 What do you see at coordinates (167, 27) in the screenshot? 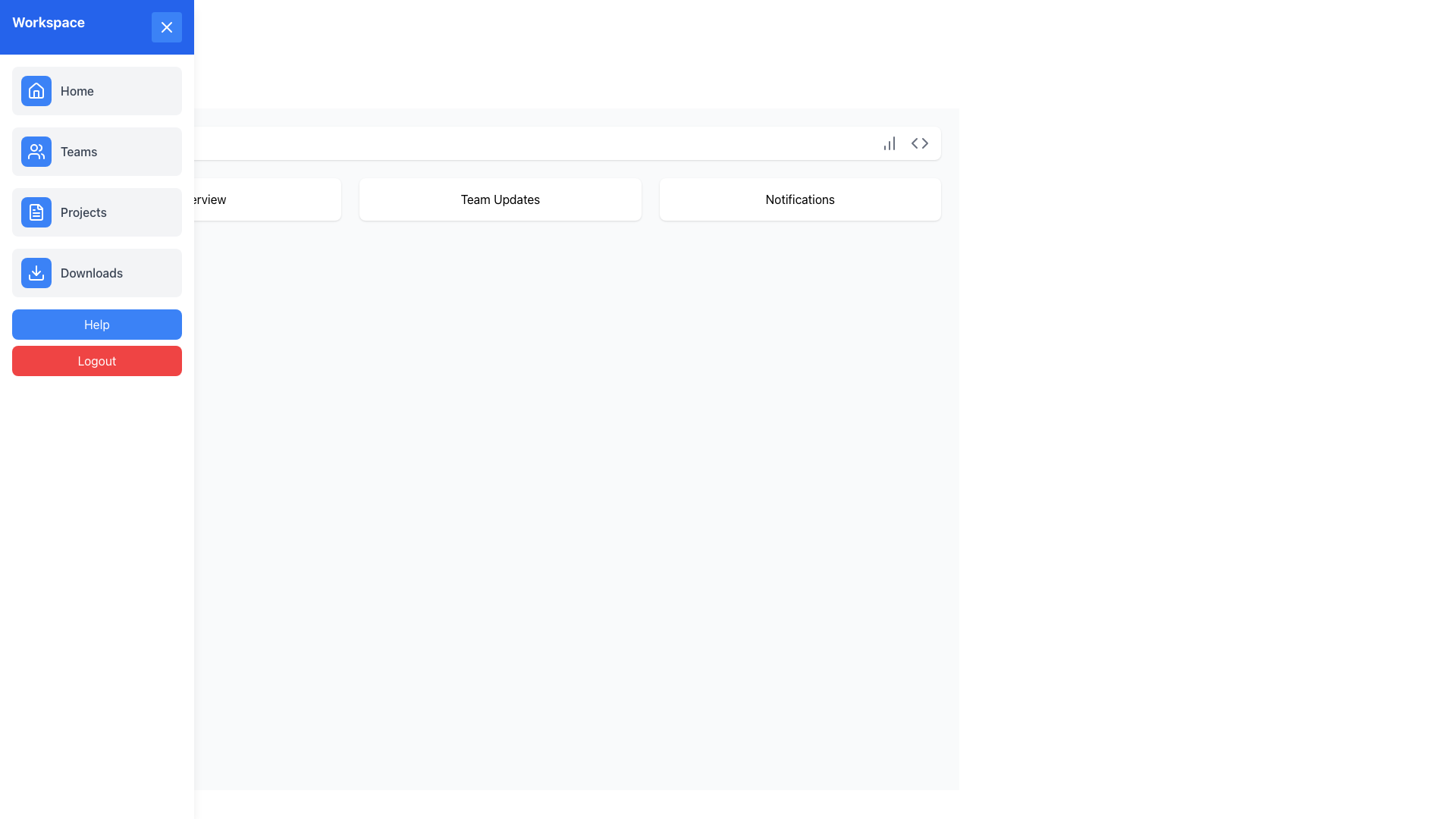
I see `the close button` at bounding box center [167, 27].